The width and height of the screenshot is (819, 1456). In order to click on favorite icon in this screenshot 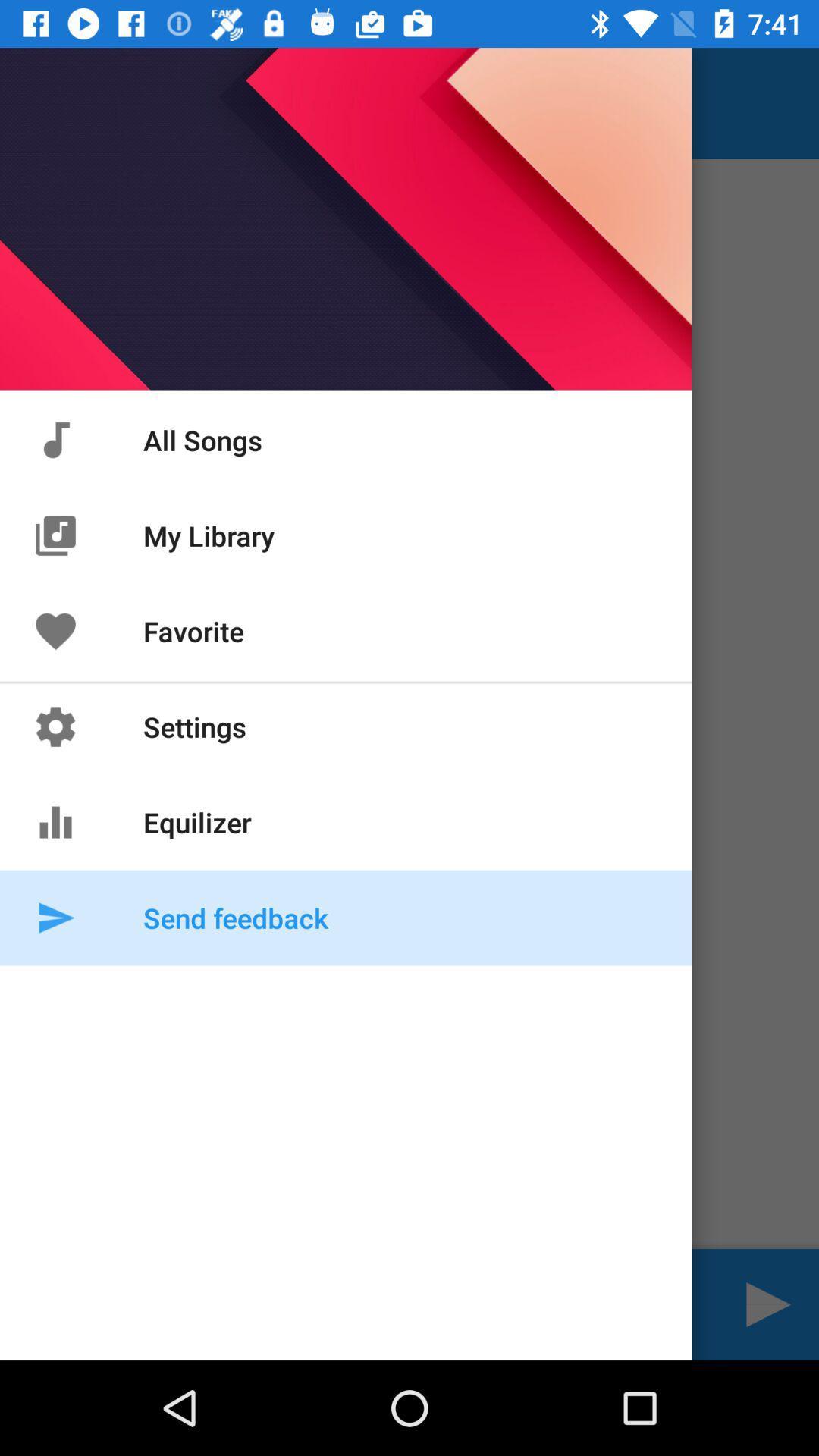, I will do `click(55, 631)`.